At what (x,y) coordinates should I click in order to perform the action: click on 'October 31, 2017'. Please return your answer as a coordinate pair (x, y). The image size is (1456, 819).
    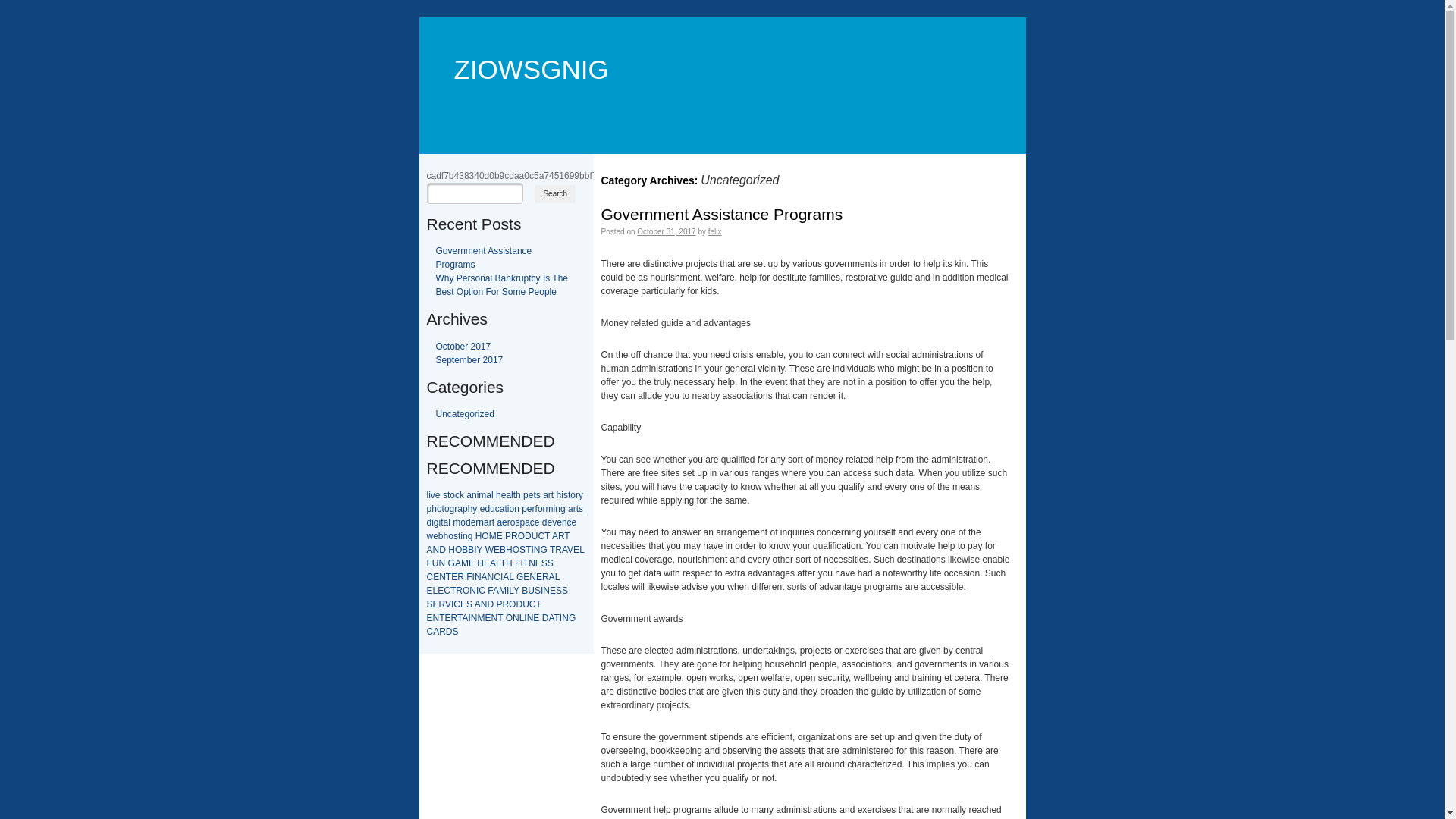
    Looking at the image, I should click on (666, 231).